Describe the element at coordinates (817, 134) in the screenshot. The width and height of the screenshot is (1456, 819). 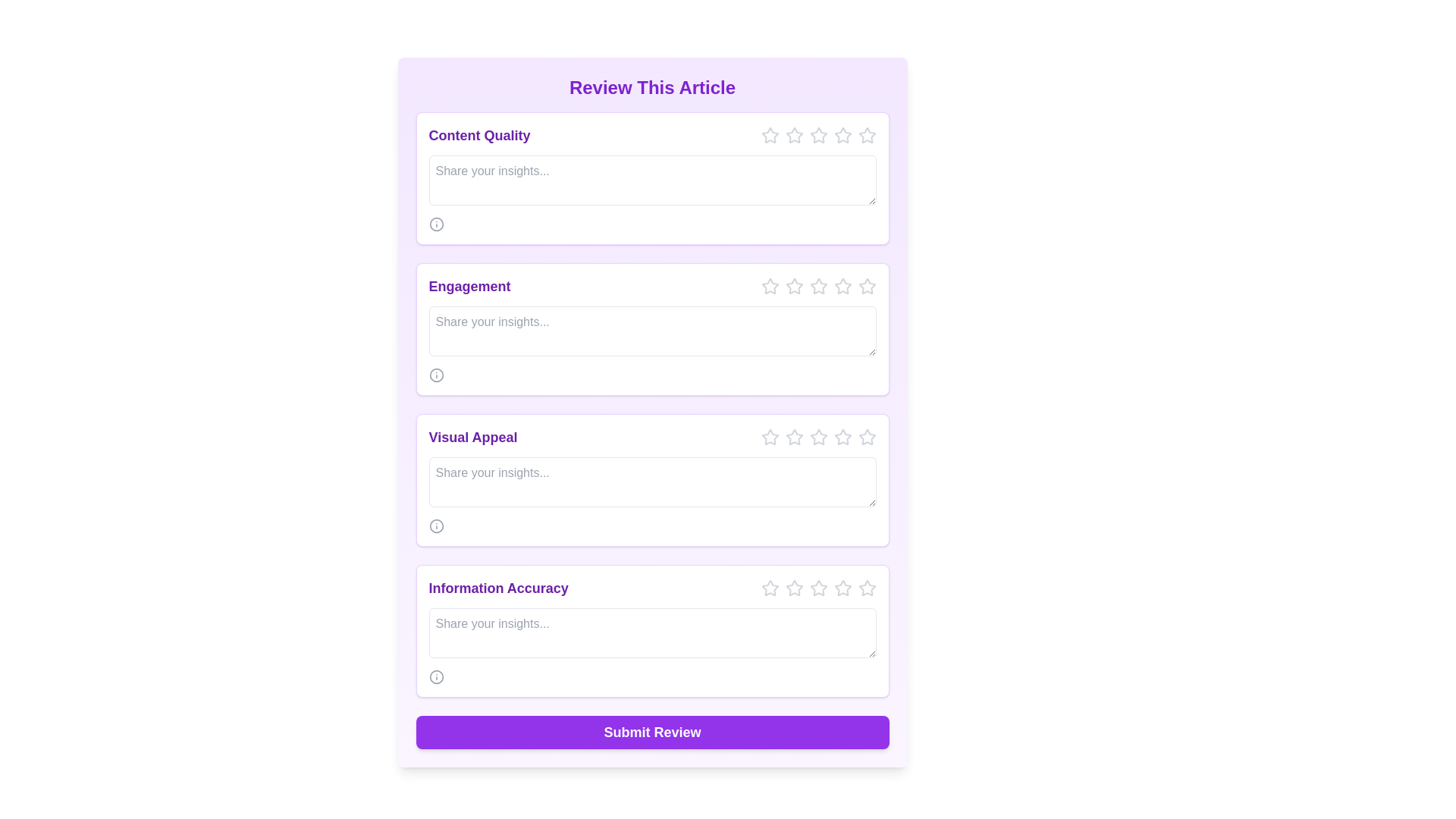
I see `the third star icon in the row of five rating stars next to the 'Content Quality' heading` at that location.